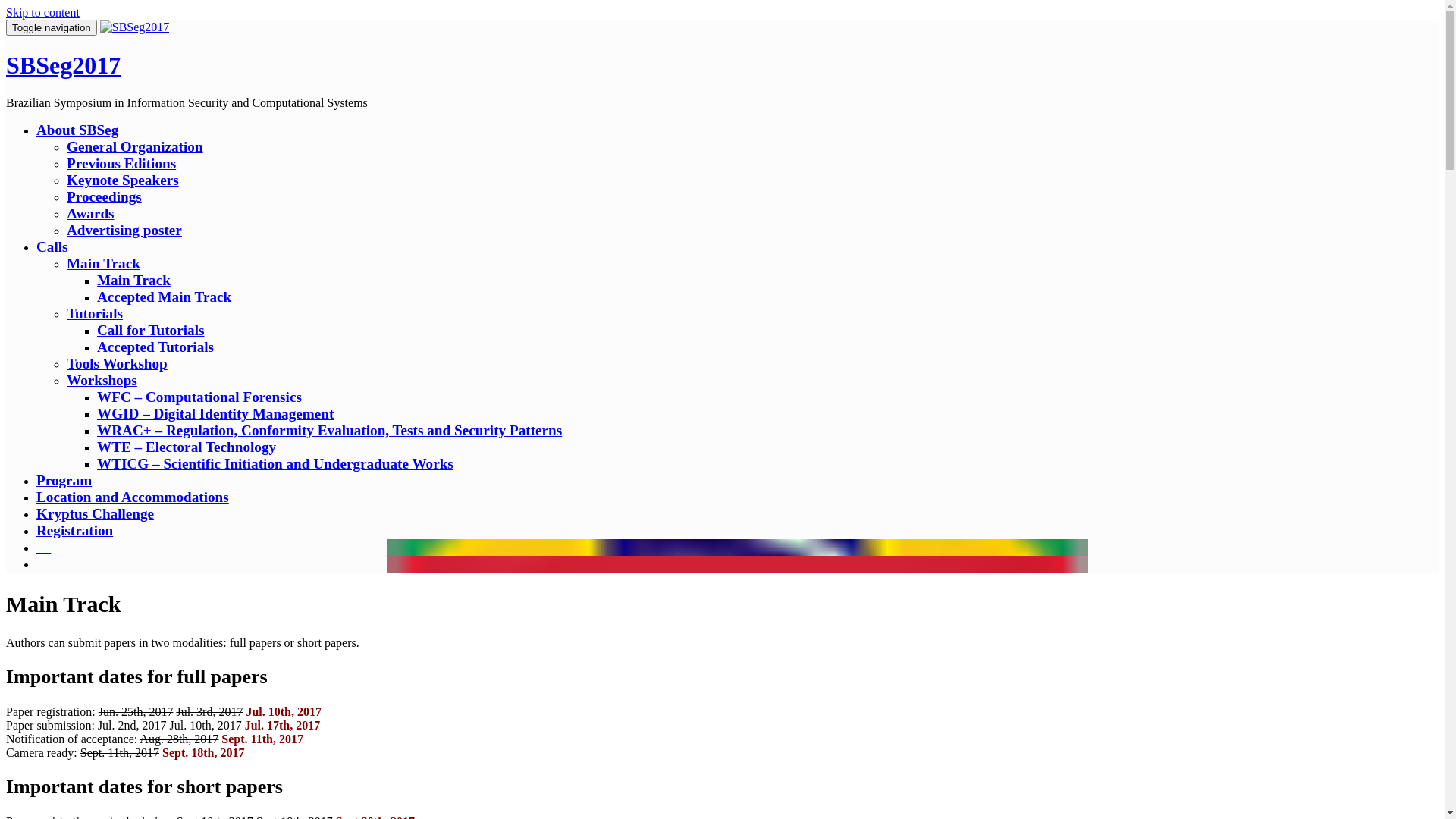 The image size is (1456, 819). I want to click on 'Accepted Main Track', so click(164, 297).